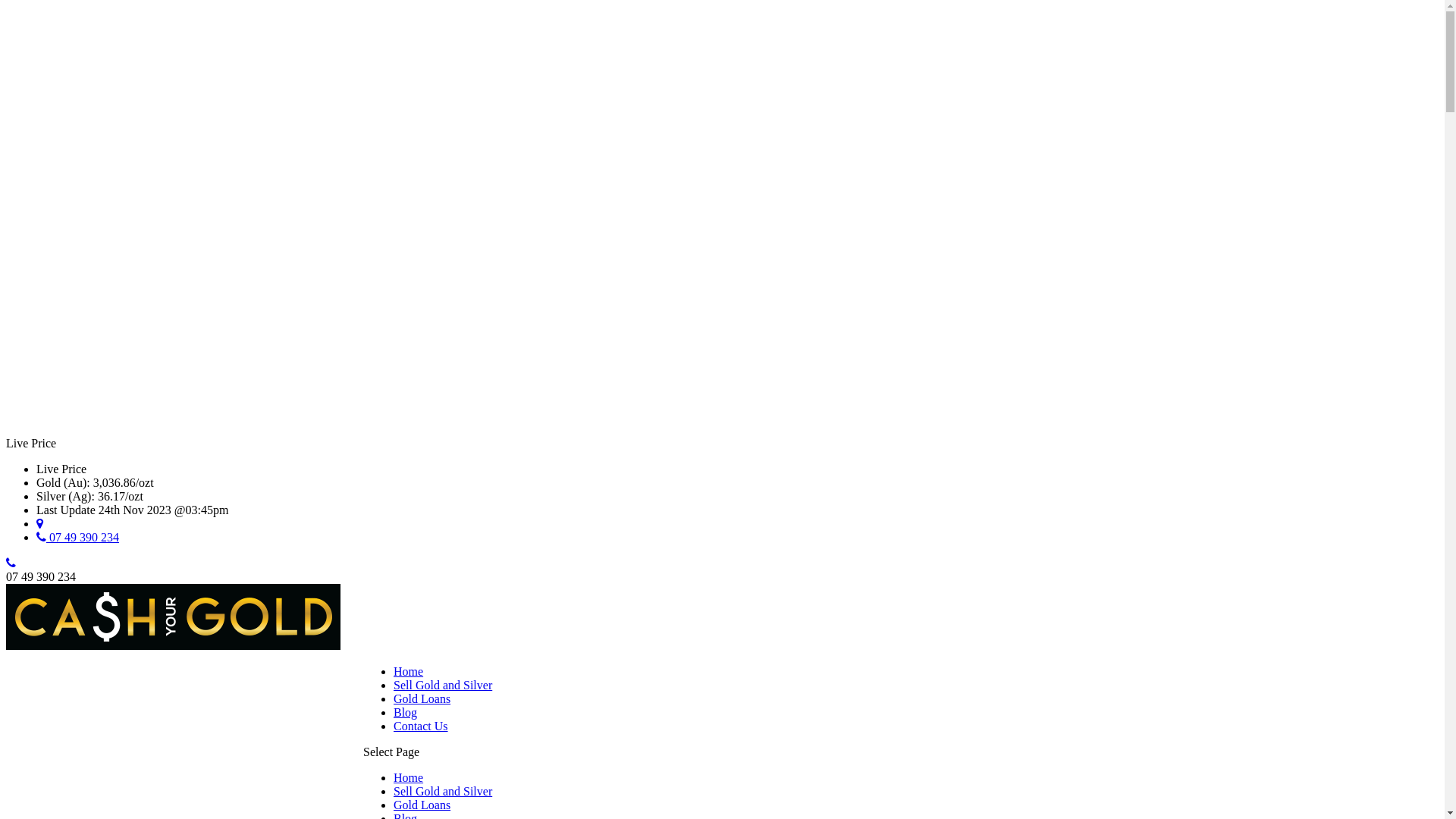 The height and width of the screenshot is (819, 1456). Describe the element at coordinates (393, 670) in the screenshot. I see `'Home'` at that location.